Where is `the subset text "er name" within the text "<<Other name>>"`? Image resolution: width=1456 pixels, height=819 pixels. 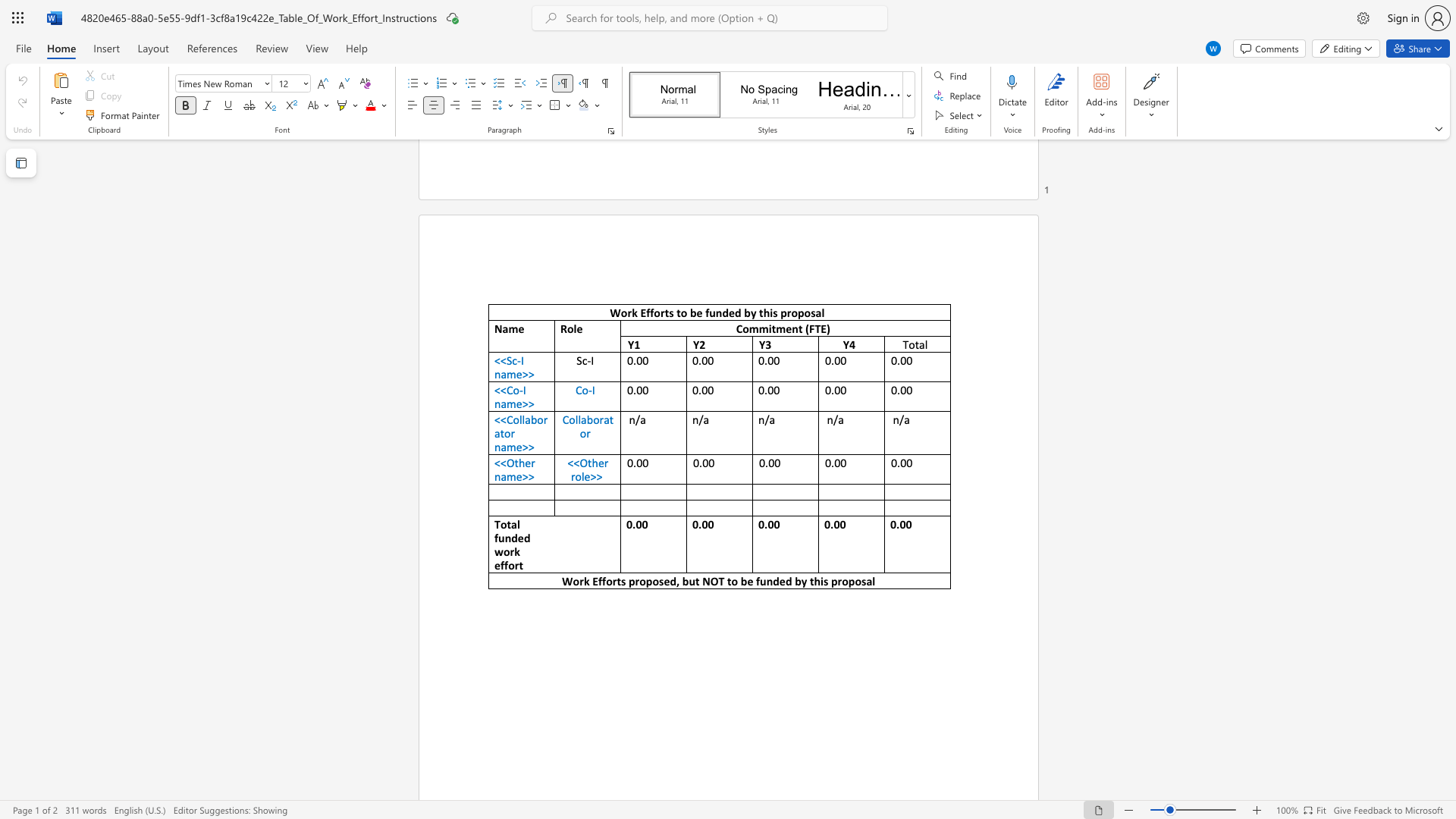
the subset text "er name" within the text "<<Other name>>" is located at coordinates (525, 462).